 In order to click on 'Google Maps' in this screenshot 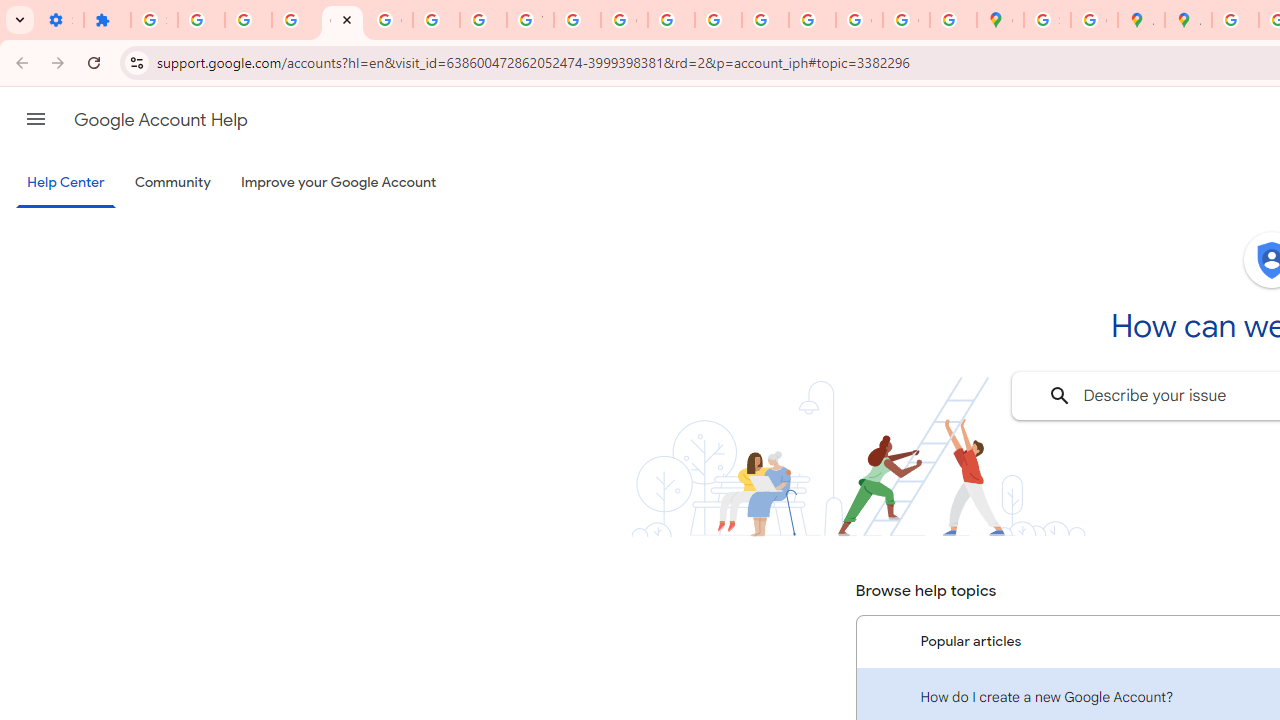, I will do `click(1000, 20)`.